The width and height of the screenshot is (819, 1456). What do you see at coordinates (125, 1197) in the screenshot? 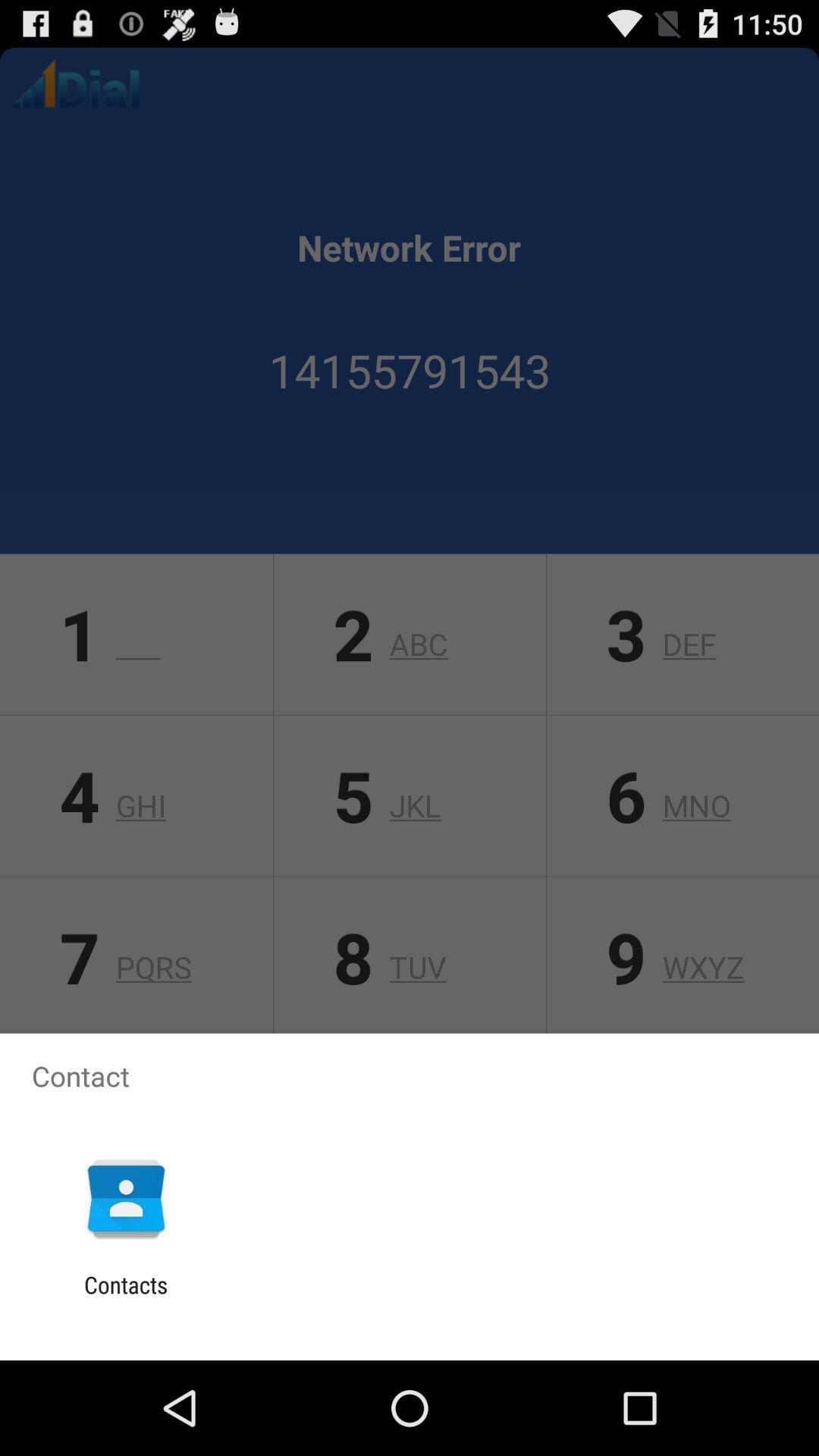
I see `the app below contact item` at bounding box center [125, 1197].